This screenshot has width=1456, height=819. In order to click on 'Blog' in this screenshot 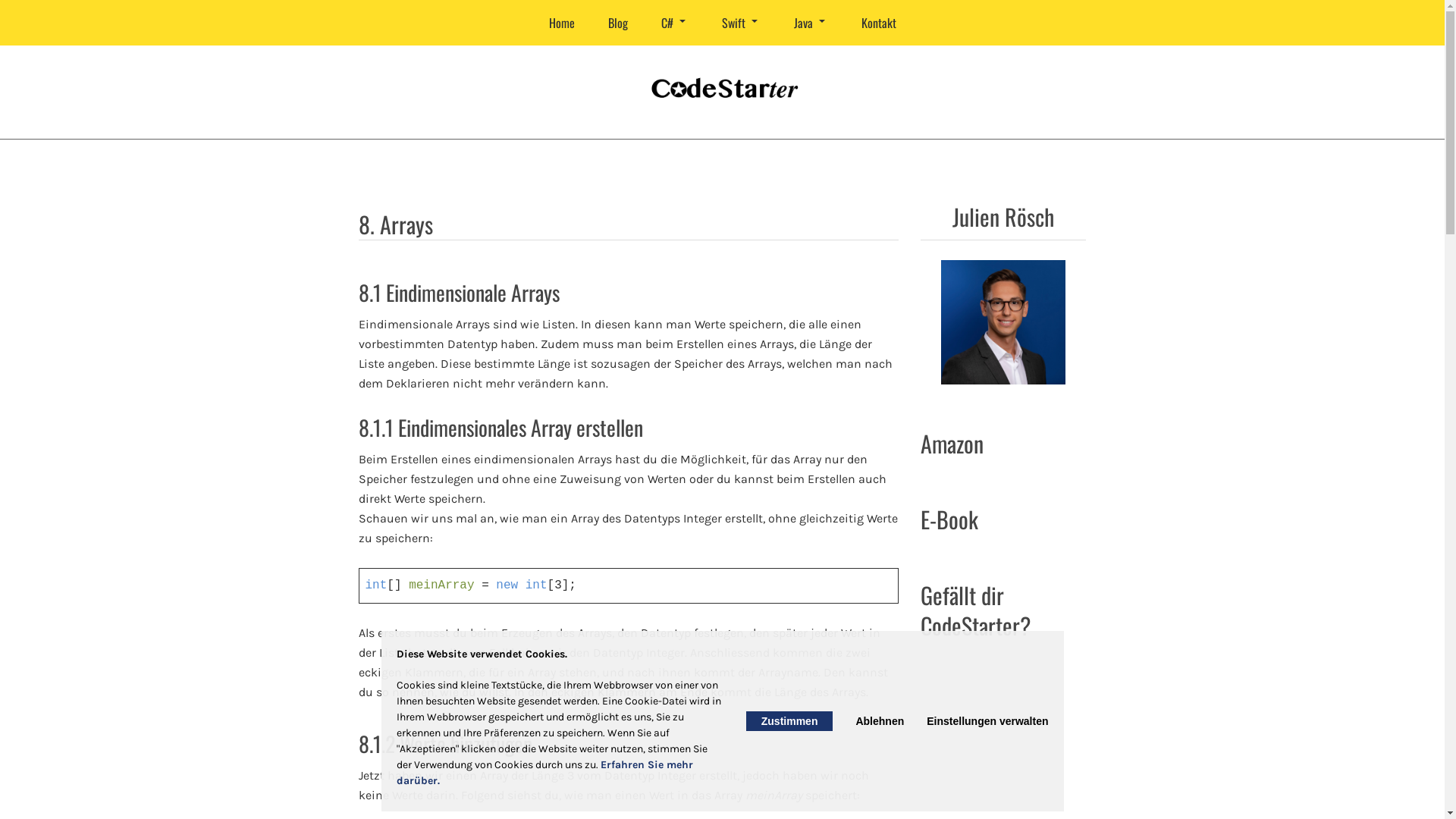, I will do `click(592, 23)`.